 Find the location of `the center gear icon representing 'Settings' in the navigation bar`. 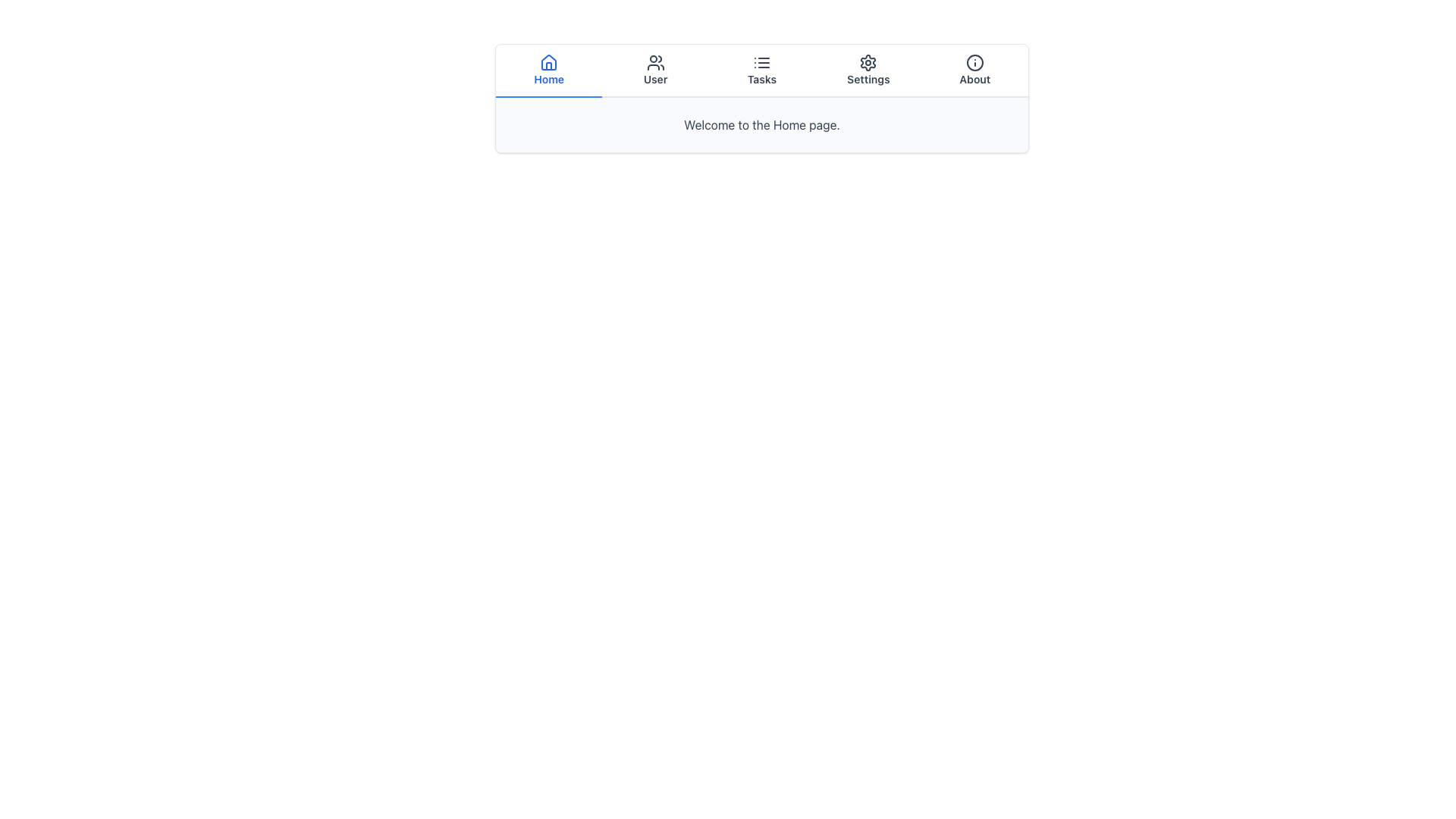

the center gear icon representing 'Settings' in the navigation bar is located at coordinates (868, 62).